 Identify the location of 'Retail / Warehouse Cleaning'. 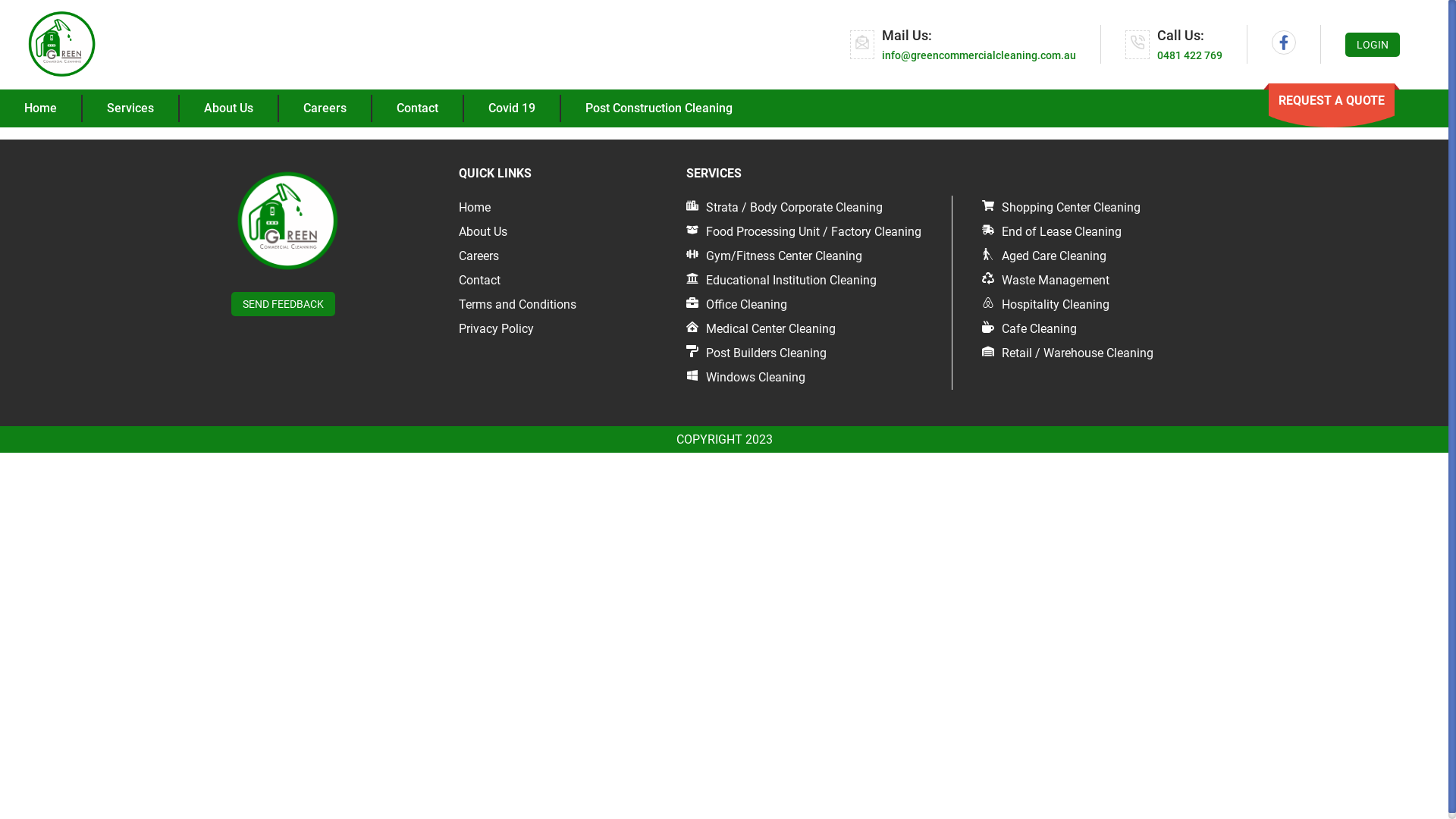
(1066, 353).